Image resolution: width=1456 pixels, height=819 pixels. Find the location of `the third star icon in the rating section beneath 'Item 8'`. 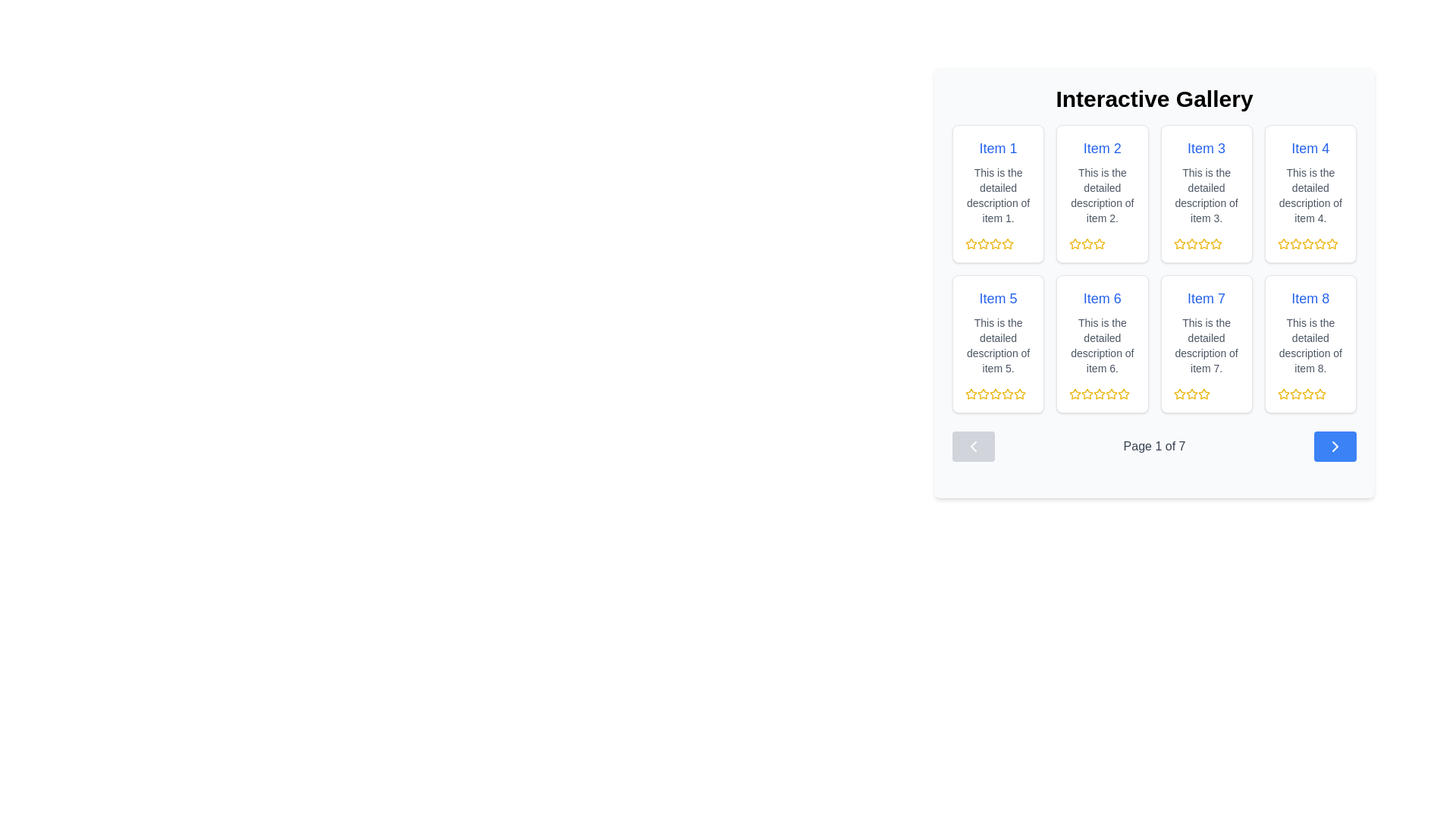

the third star icon in the rating section beneath 'Item 8' is located at coordinates (1294, 394).